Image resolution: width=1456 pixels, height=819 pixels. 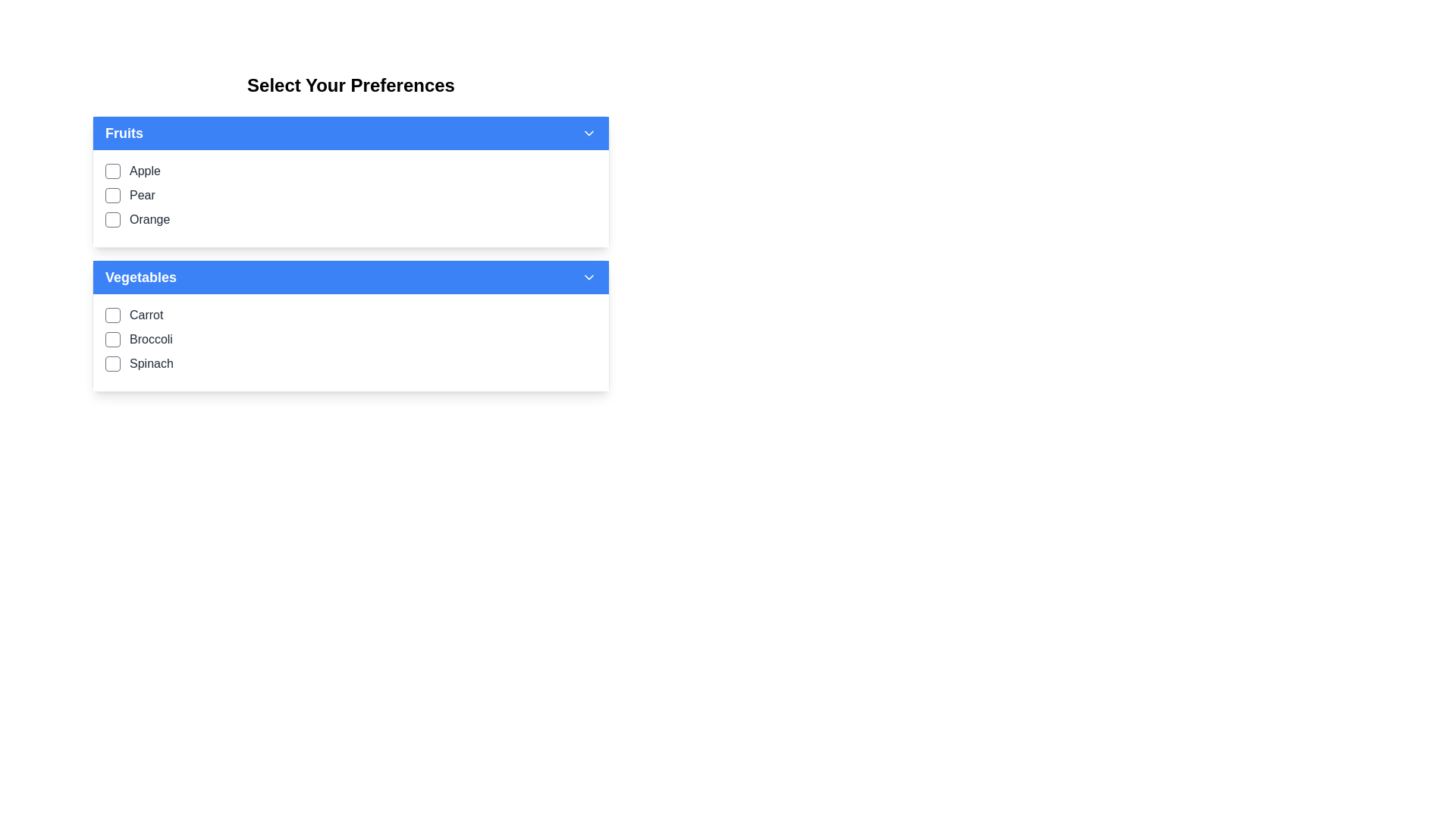 What do you see at coordinates (145, 171) in the screenshot?
I see `the 'Apple' static text label, which is the first item in the Fruits category list and is located directly to the right of its corresponding checkbox` at bounding box center [145, 171].